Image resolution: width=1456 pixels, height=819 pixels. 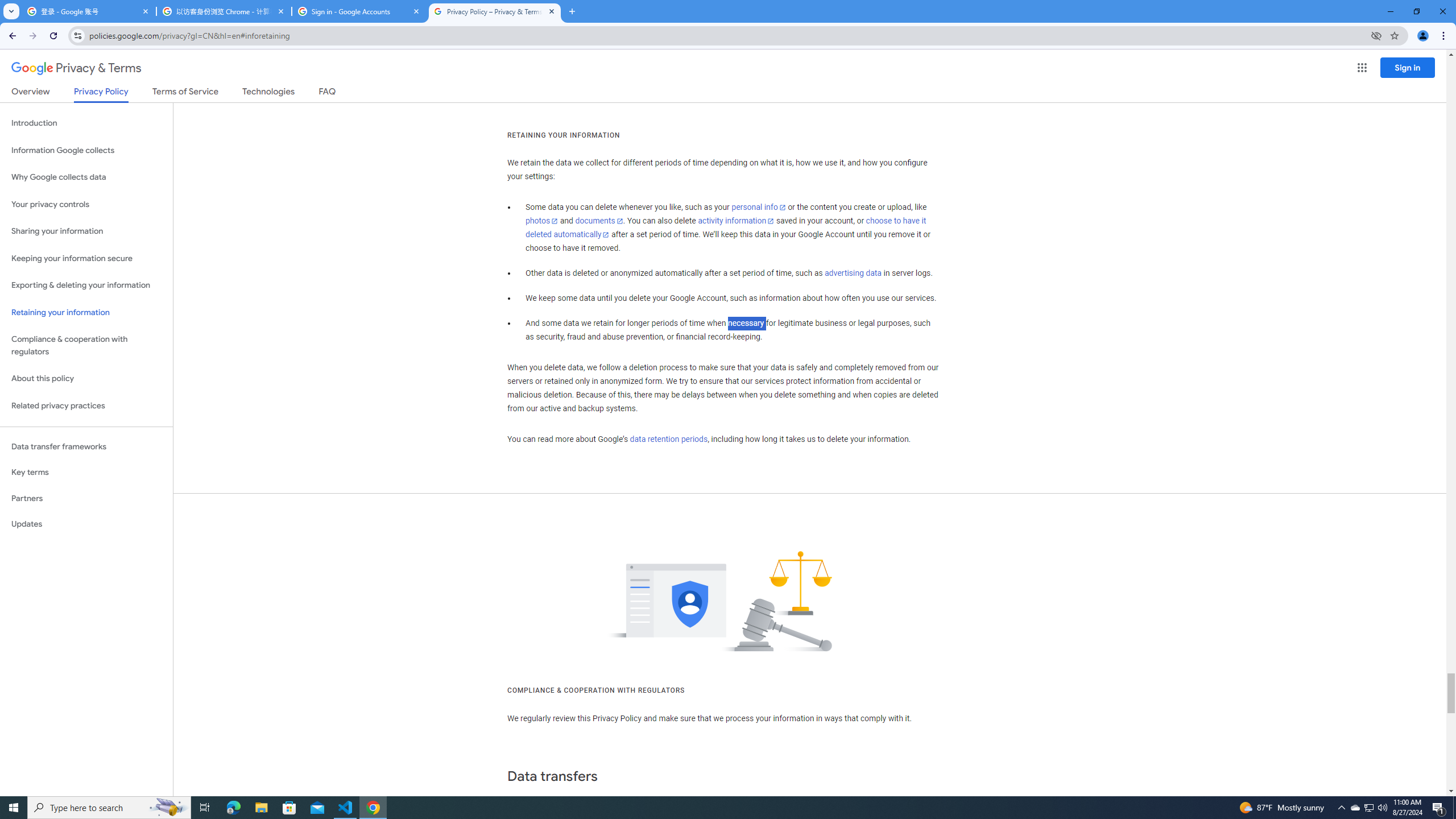 I want to click on 'activity information', so click(x=735, y=220).